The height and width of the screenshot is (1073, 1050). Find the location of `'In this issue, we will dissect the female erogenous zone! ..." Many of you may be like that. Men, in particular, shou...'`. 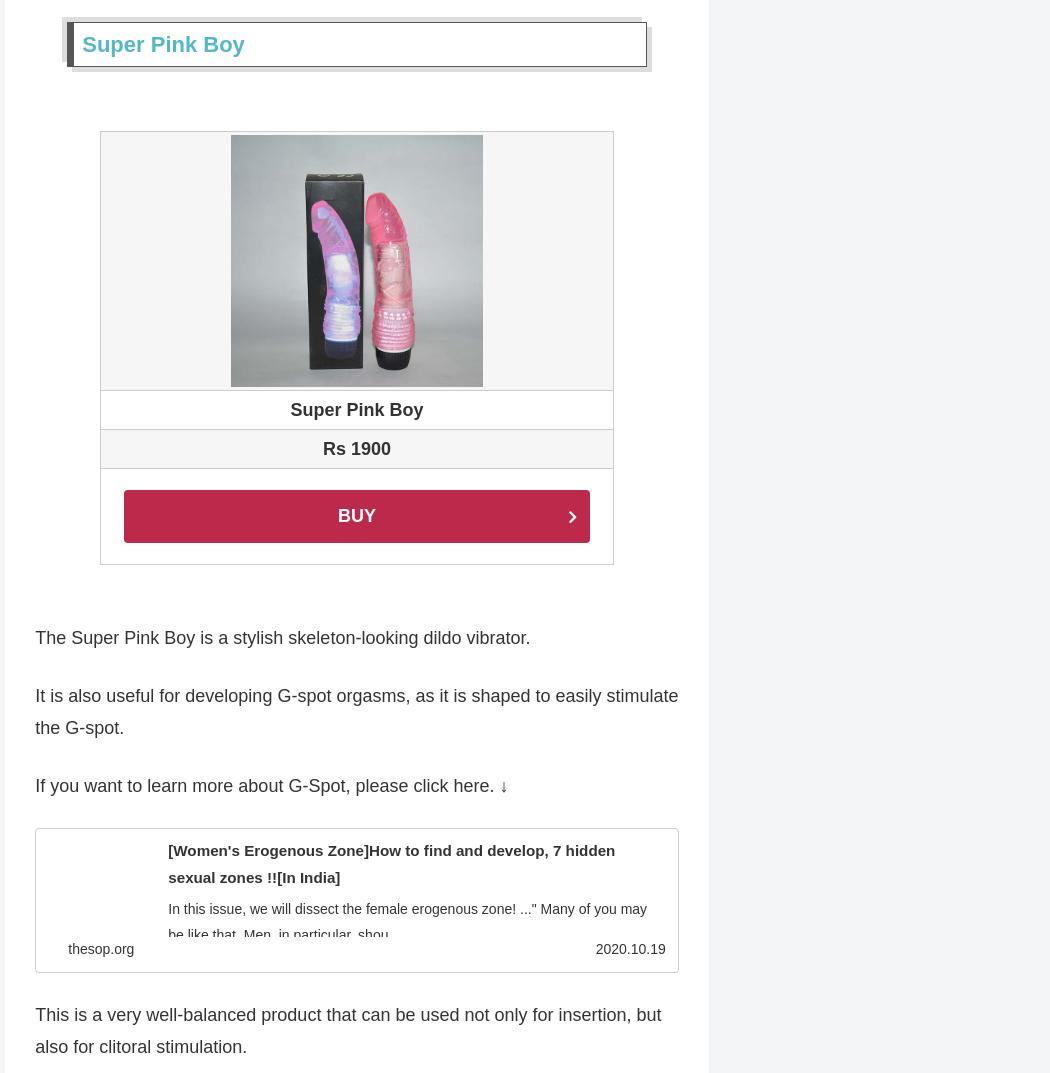

'In this issue, we will dissect the female erogenous zone! ..." Many of you may be like that. Men, in particular, shou...' is located at coordinates (413, 923).